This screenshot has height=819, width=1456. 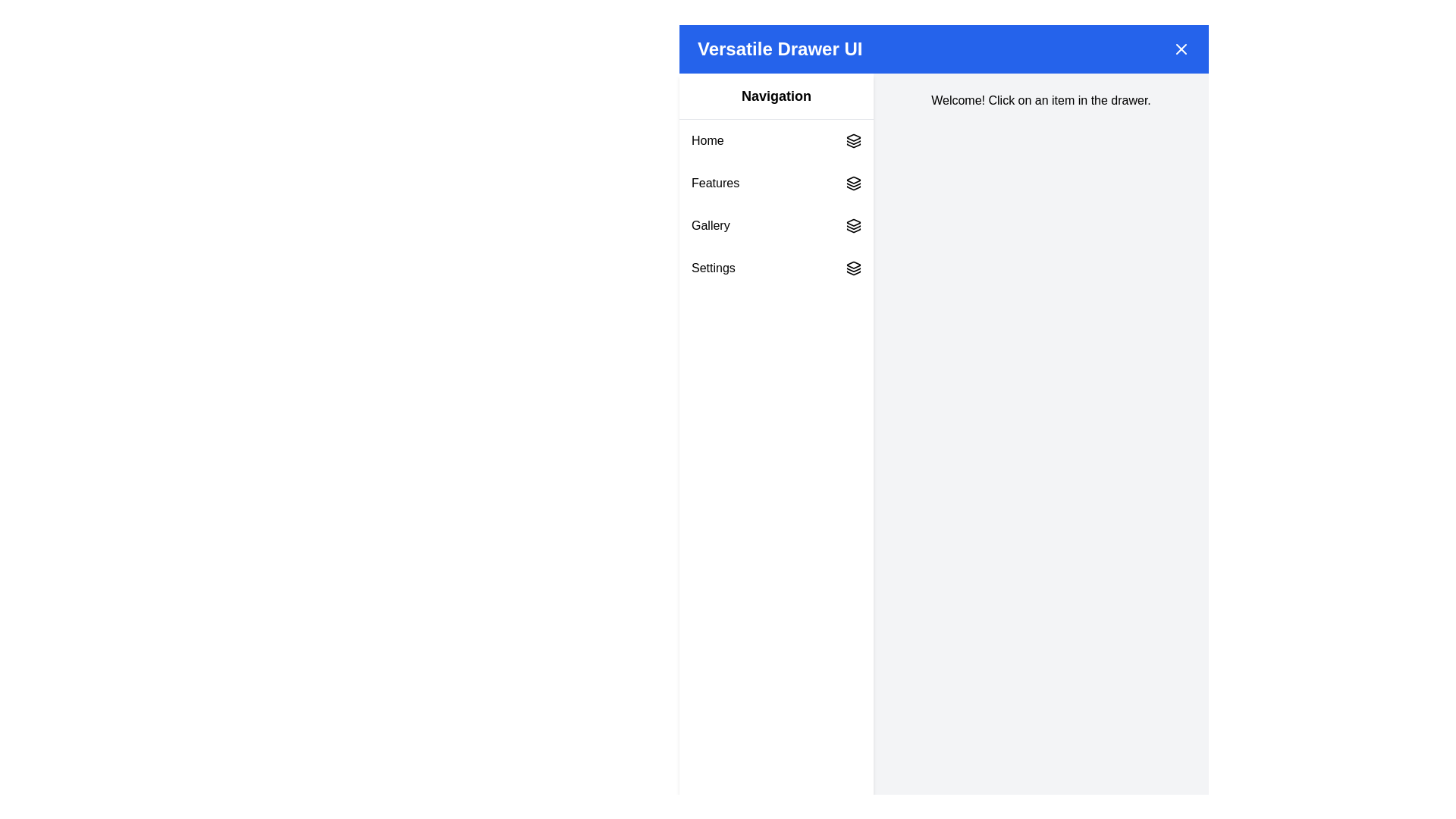 I want to click on the visual representation of the 'Gallery' icon located in the navigation menu, positioned to the right of the 'Gallery' text label, so click(x=854, y=225).